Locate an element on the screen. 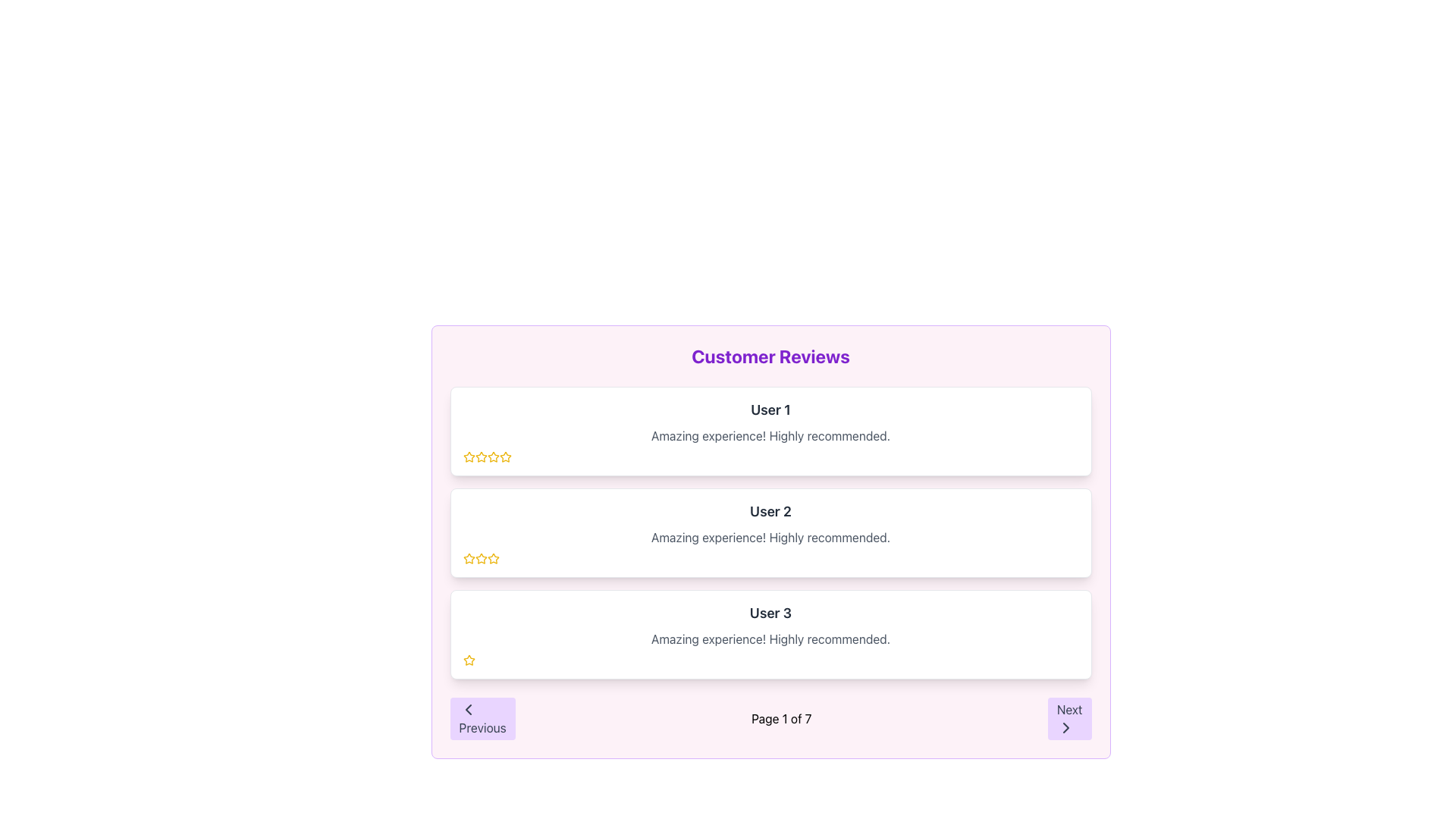 The height and width of the screenshot is (819, 1456). the third star icon in the ratings section of User 2's review is located at coordinates (493, 558).